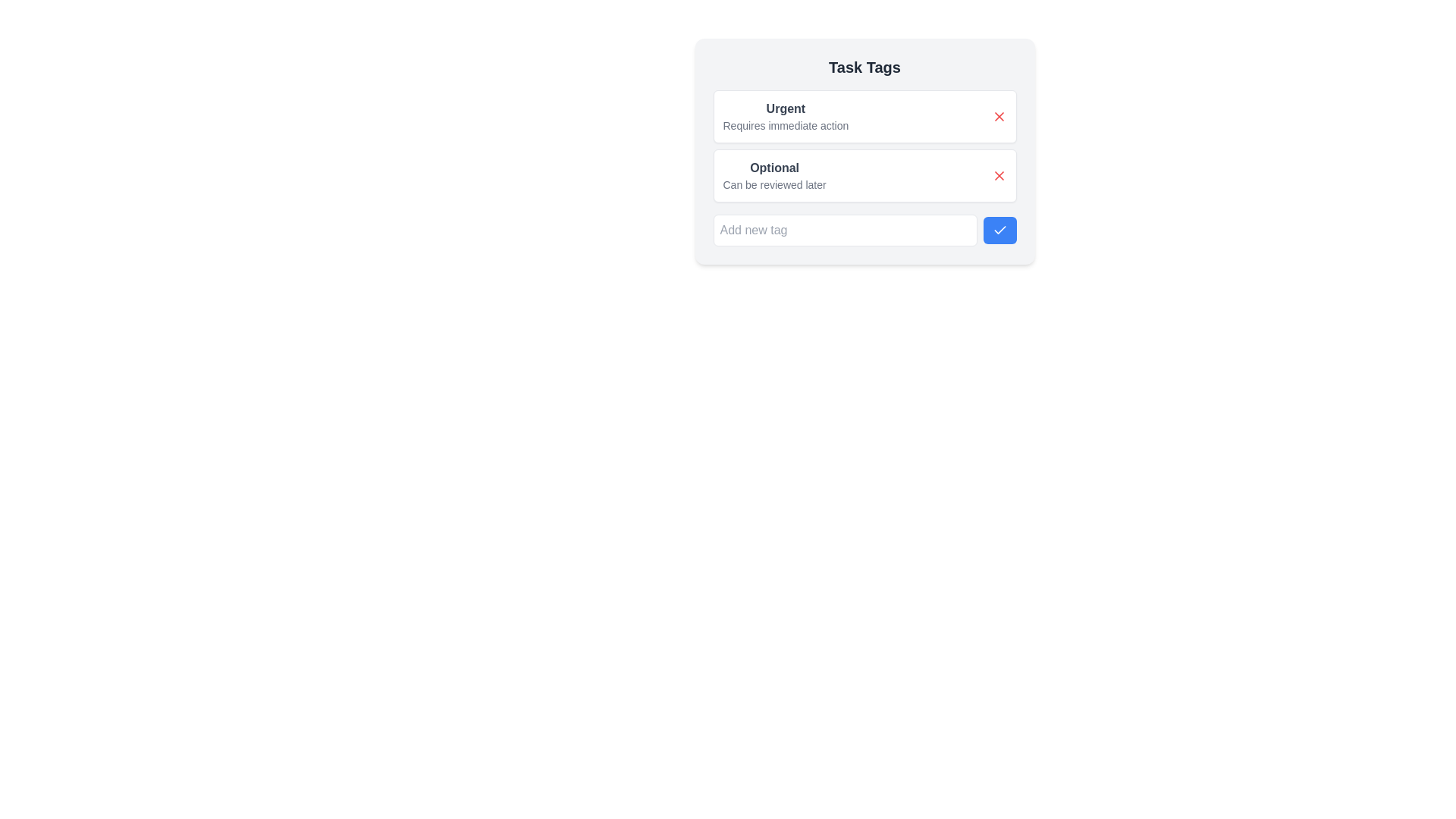 The image size is (1456, 819). I want to click on the first task tag in the vertically stacked list, which is a text block containing a title and description indicating urgency, so click(786, 116).